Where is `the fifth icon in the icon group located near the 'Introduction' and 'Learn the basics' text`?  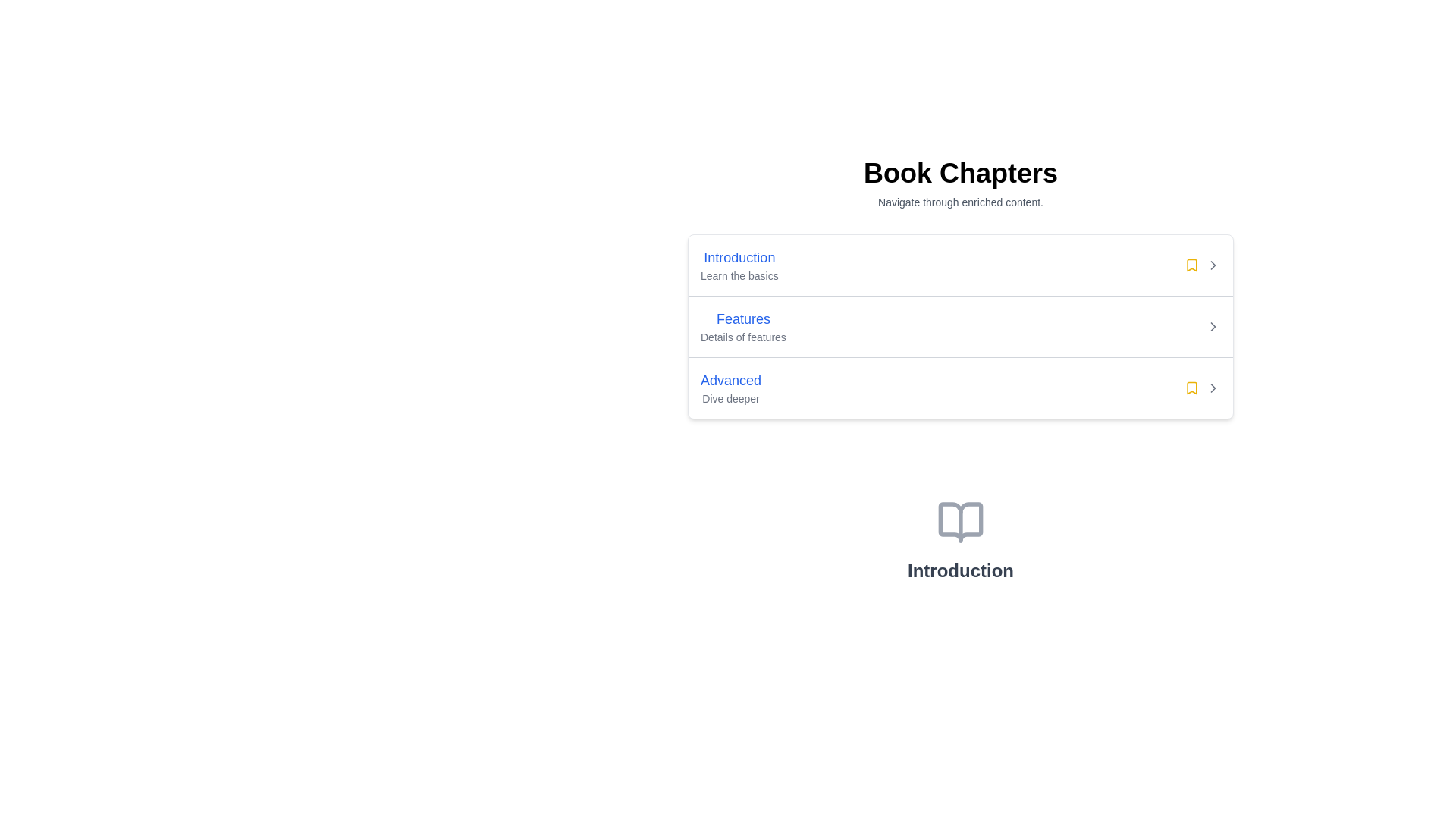
the fifth icon in the icon group located near the 'Introduction' and 'Learn the basics' text is located at coordinates (1201, 265).